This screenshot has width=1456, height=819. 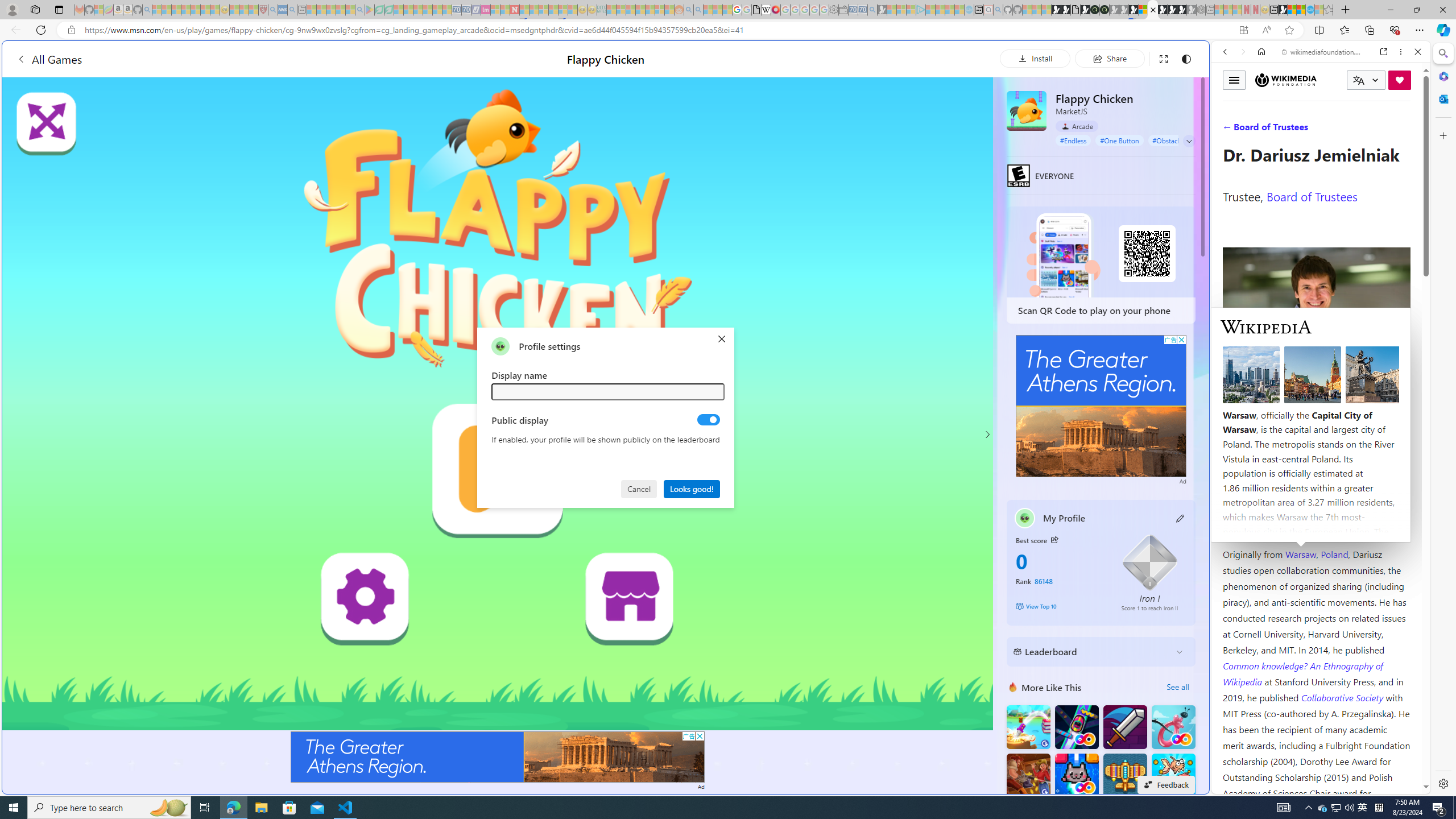 I want to click on 'Jobs - lastminute.com Investor Portal - Sleeping', so click(x=485, y=9).